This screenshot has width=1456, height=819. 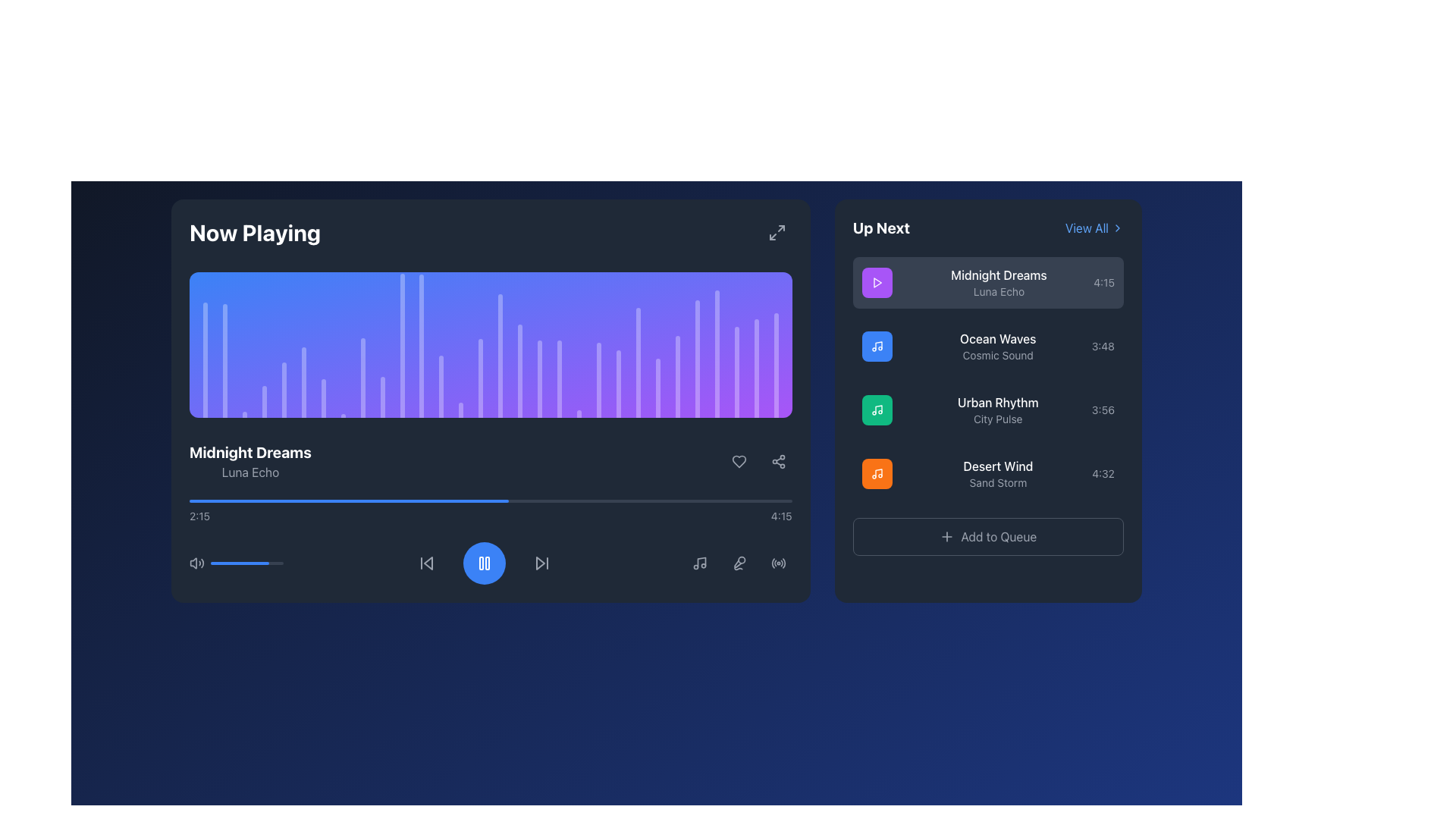 What do you see at coordinates (998, 338) in the screenshot?
I see `the static text element displaying 'Ocean Waves' in white font, which is centrally positioned within a dark rectangle in the 'Up Next' list` at bounding box center [998, 338].